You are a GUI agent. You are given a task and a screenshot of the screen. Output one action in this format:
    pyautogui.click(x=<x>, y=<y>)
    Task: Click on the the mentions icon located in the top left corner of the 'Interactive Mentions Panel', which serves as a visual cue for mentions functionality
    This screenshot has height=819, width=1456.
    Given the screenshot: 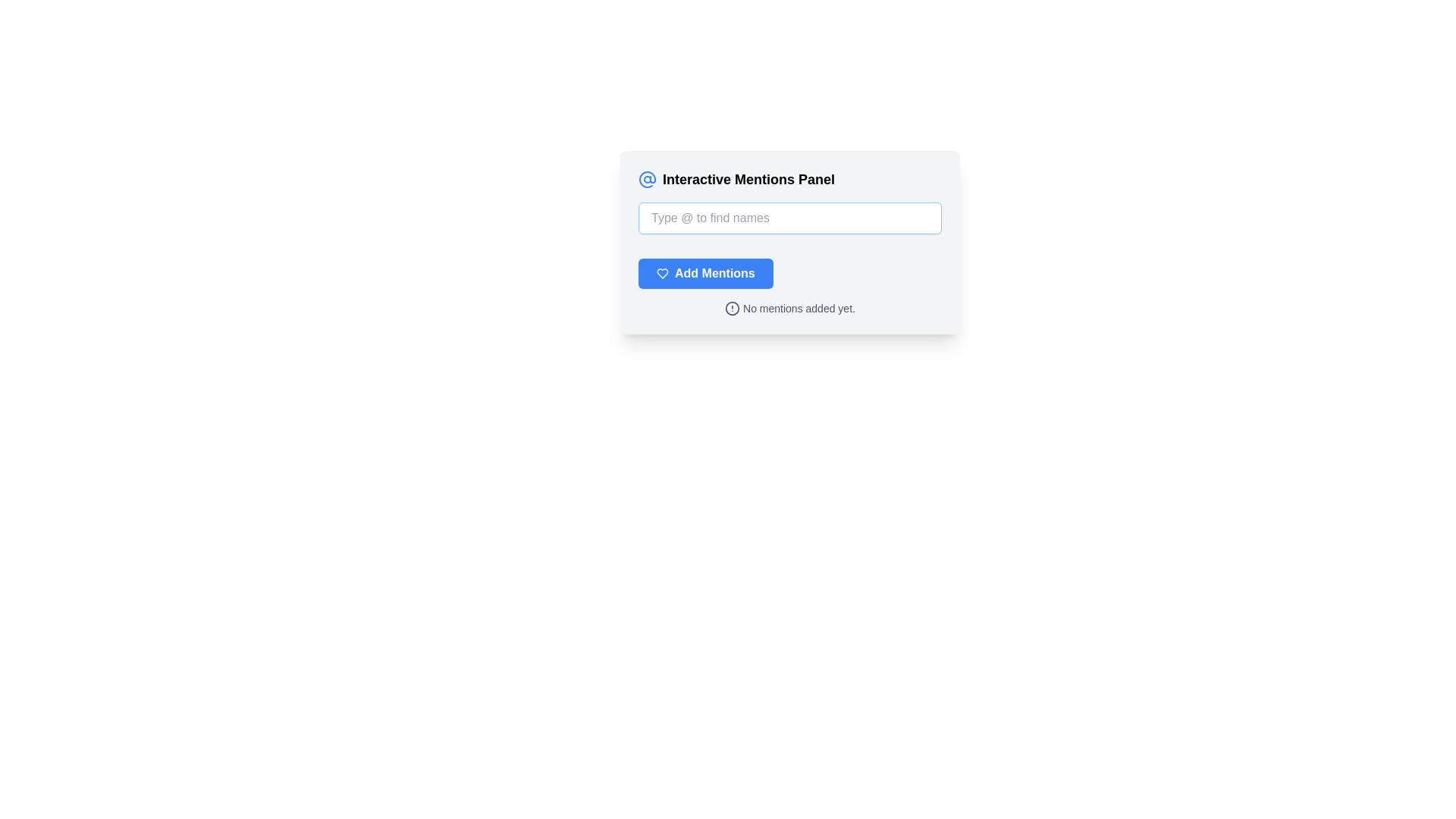 What is the action you would take?
    pyautogui.click(x=648, y=178)
    